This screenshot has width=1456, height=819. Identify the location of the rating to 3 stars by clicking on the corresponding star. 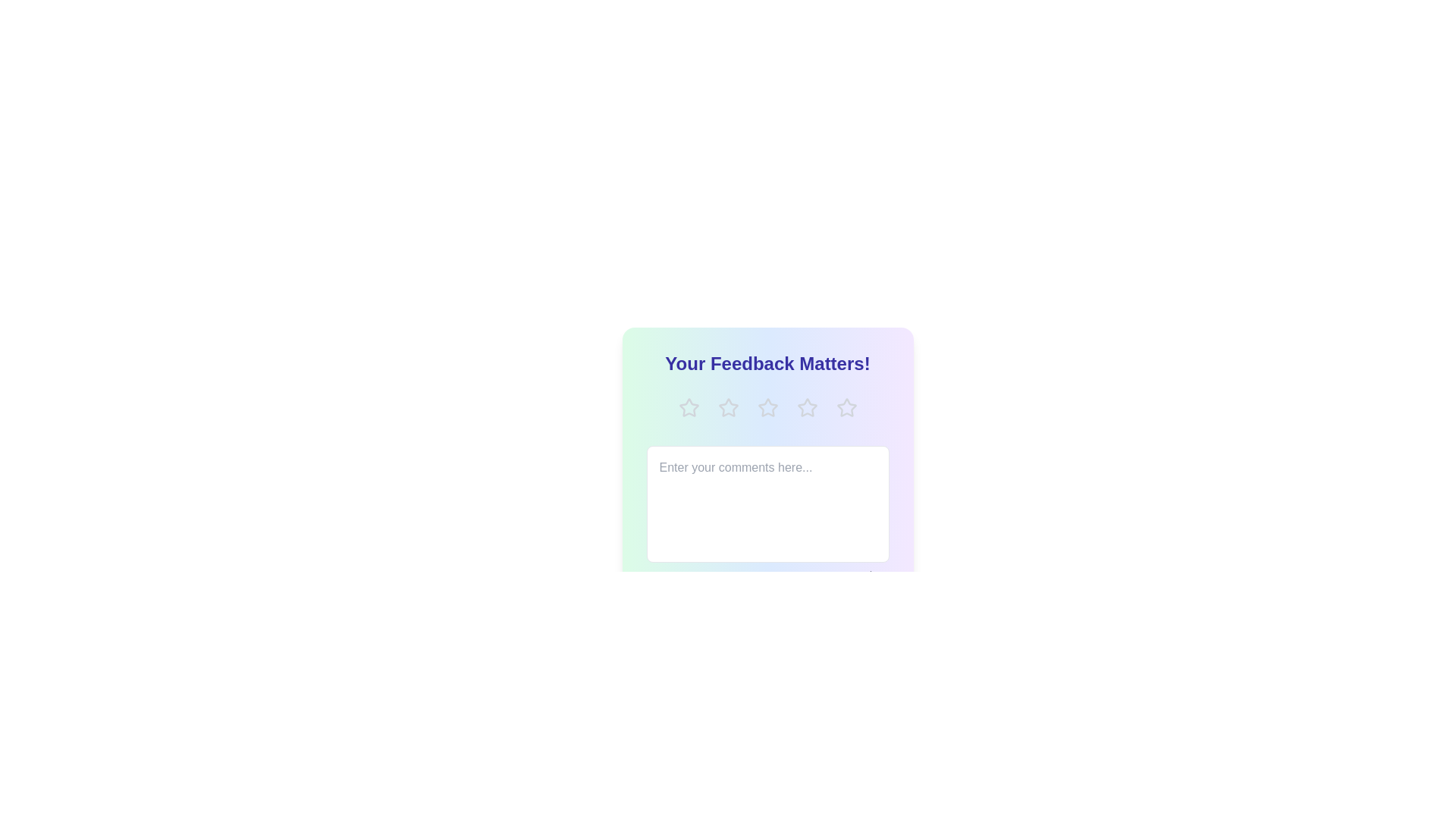
(767, 406).